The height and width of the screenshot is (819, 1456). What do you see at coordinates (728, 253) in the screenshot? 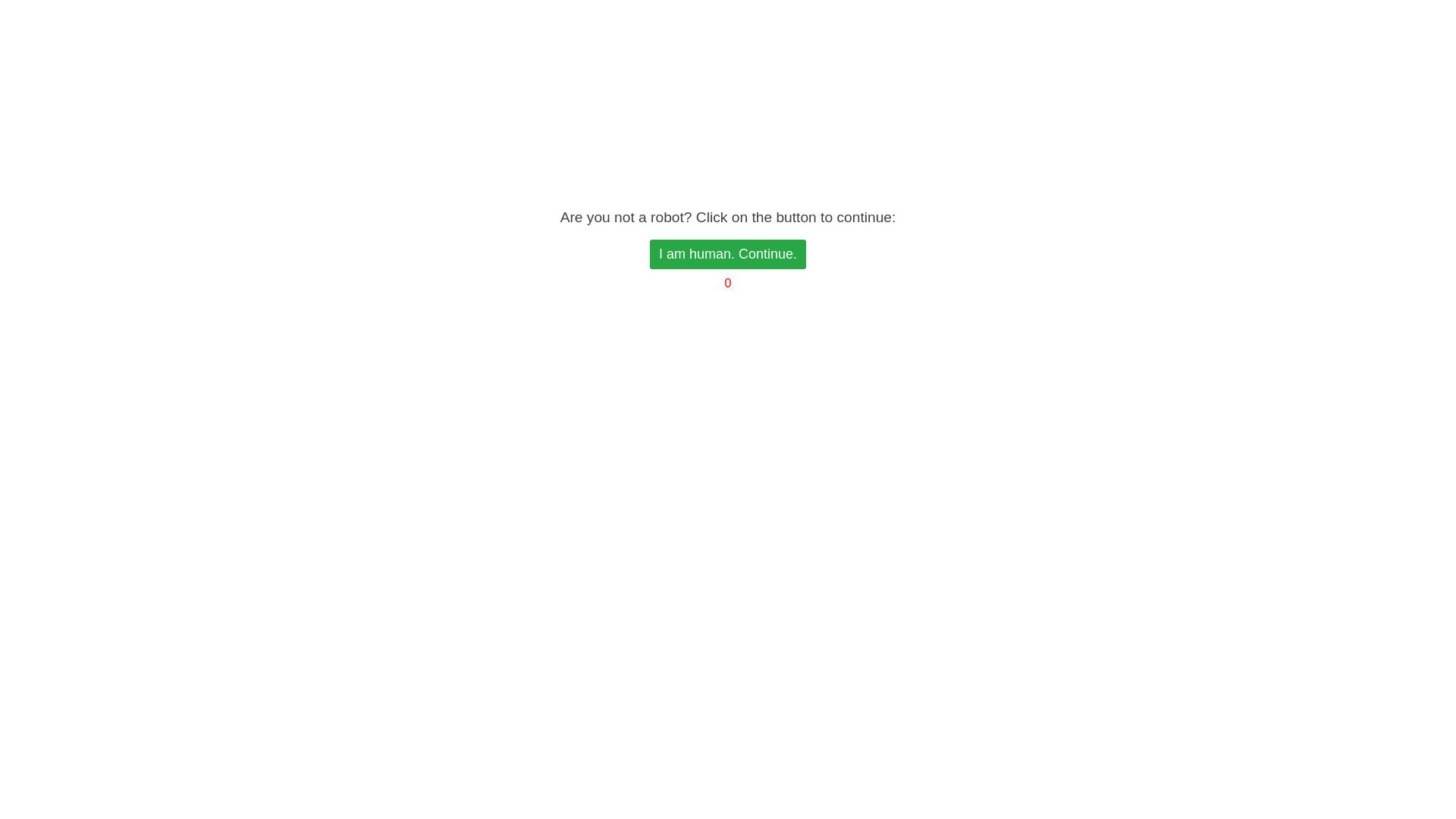
I see `'I am human. Continue.'` at bounding box center [728, 253].